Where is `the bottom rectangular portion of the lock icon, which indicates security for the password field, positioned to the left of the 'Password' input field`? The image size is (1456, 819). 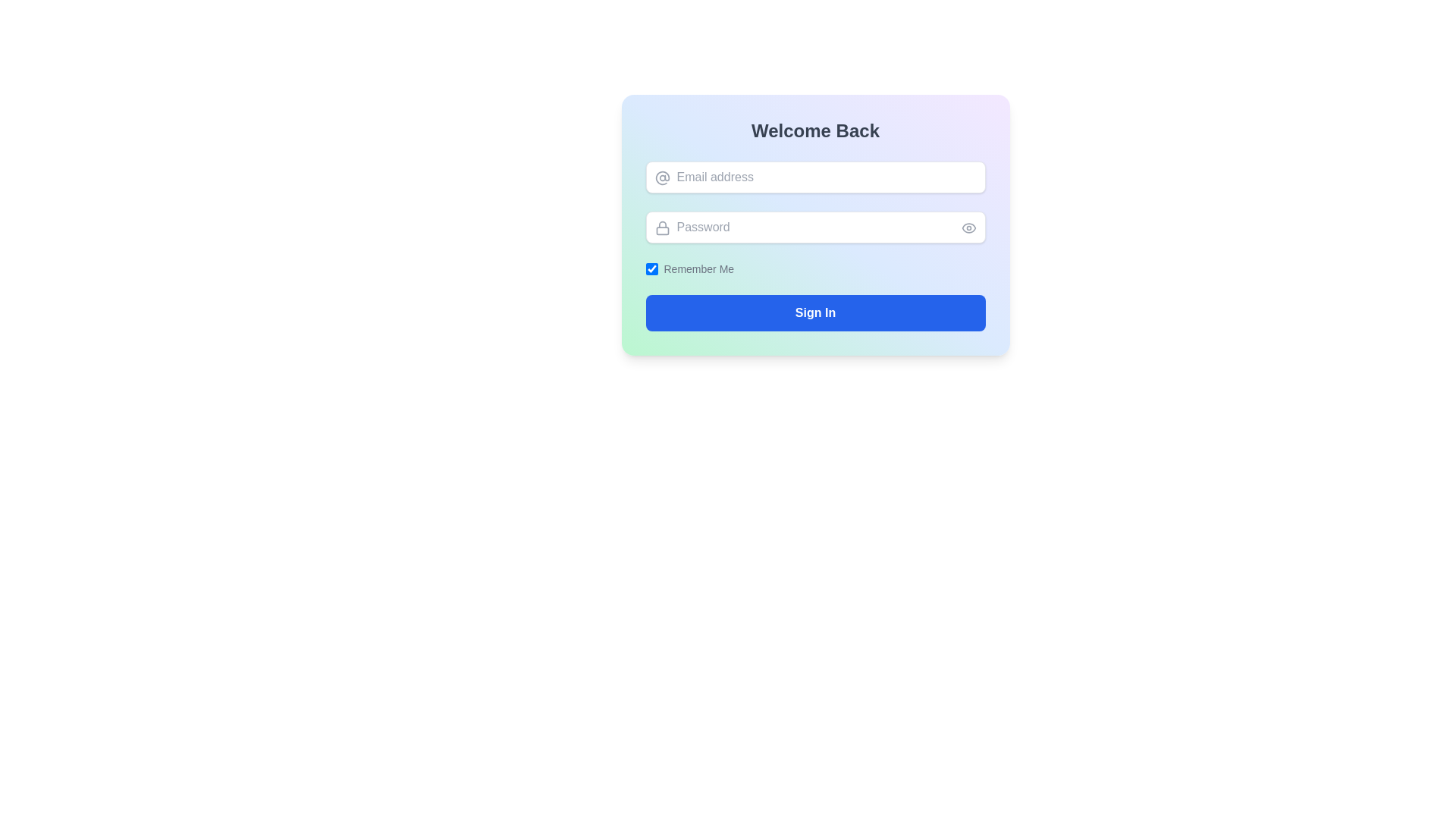
the bottom rectangular portion of the lock icon, which indicates security for the password field, positioned to the left of the 'Password' input field is located at coordinates (662, 231).